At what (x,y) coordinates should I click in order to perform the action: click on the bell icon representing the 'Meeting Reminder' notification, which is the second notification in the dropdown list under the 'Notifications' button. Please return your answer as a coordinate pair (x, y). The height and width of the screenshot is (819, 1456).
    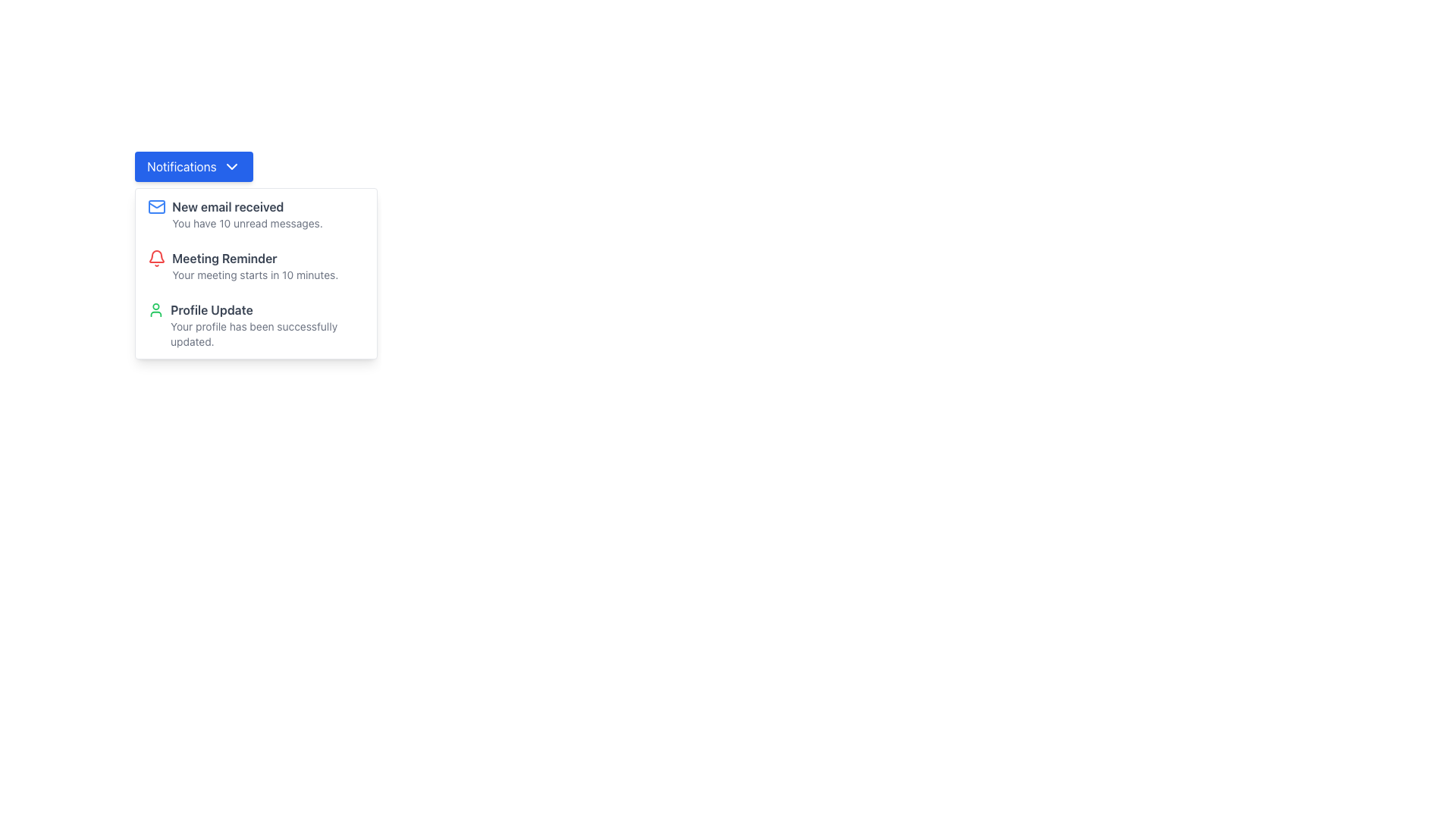
    Looking at the image, I should click on (157, 257).